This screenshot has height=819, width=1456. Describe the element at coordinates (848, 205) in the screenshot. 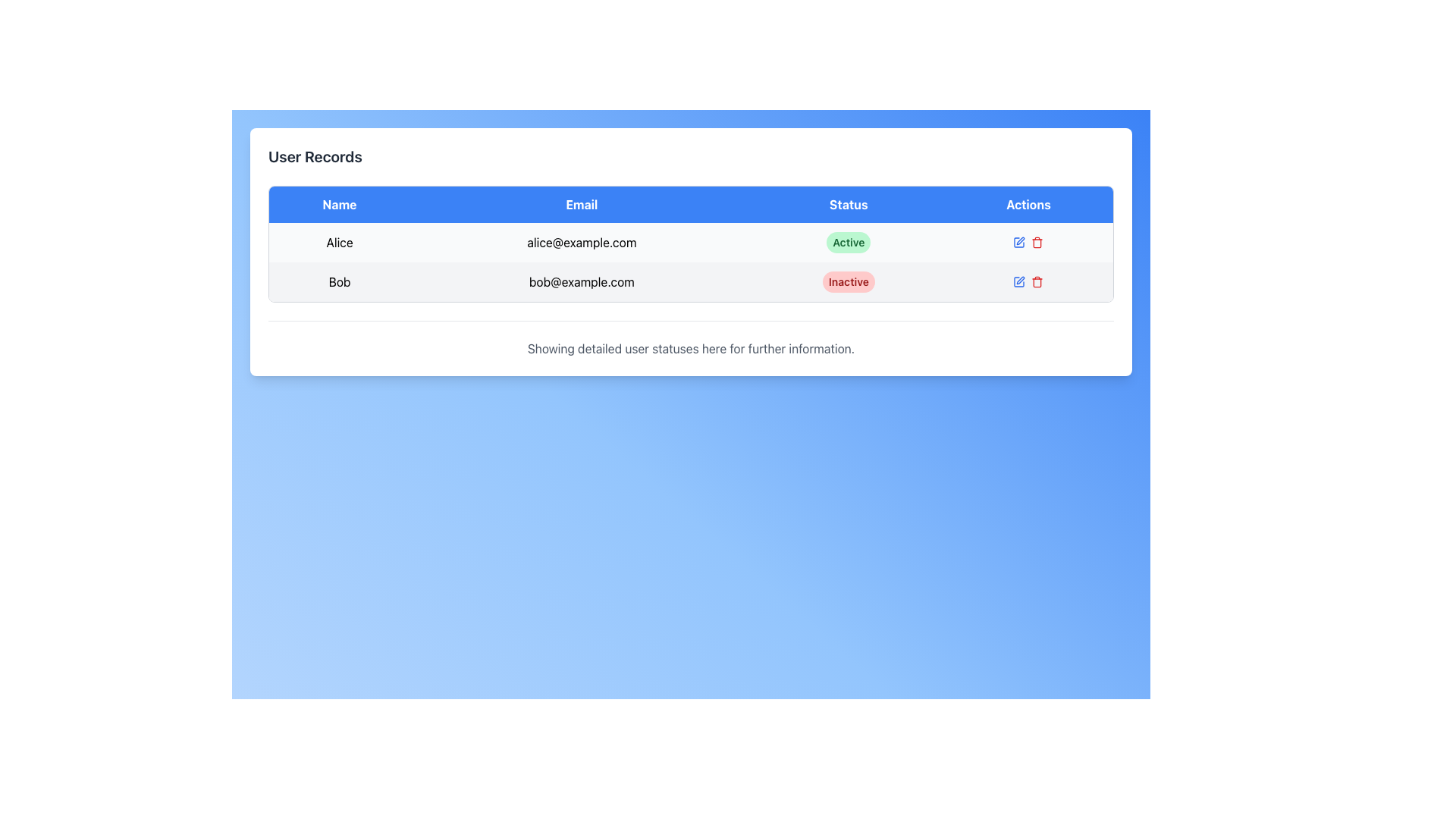

I see `the 'Status' label, which is displayed in bold, white text on a blue background, located as the third header in a table row between 'Email' and 'Actions'` at that location.